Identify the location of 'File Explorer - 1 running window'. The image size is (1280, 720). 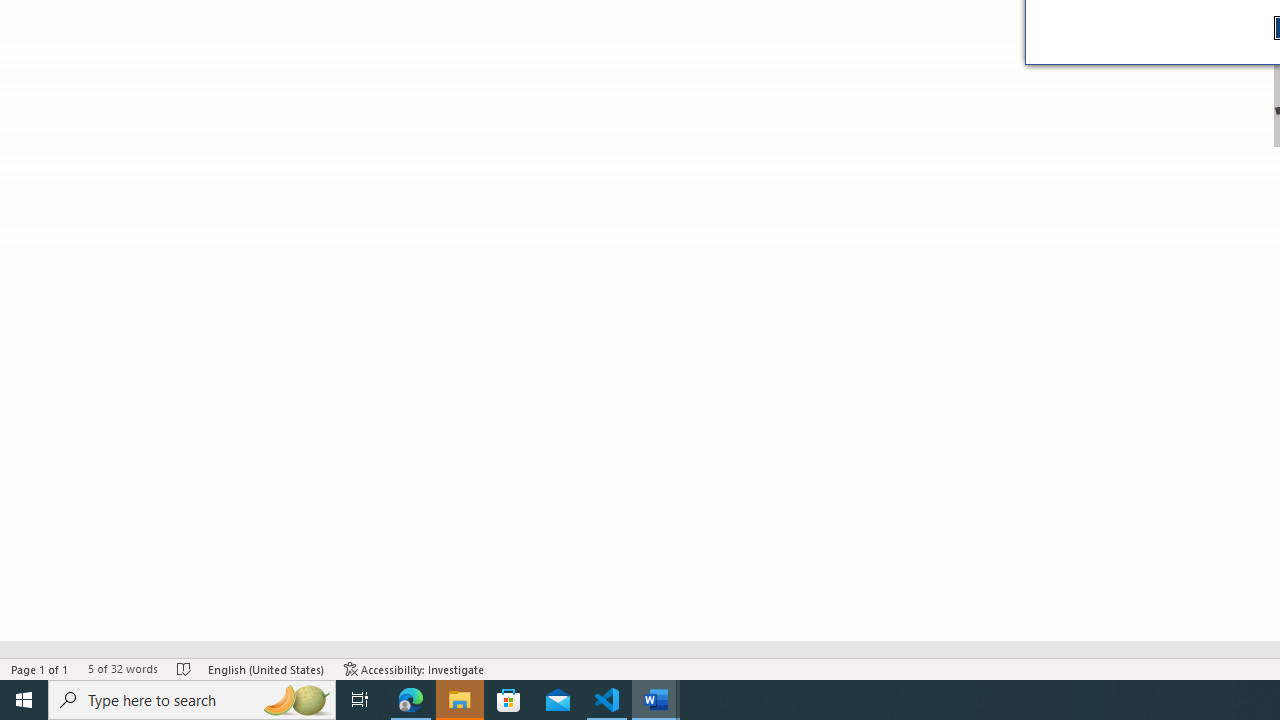
(459, 698).